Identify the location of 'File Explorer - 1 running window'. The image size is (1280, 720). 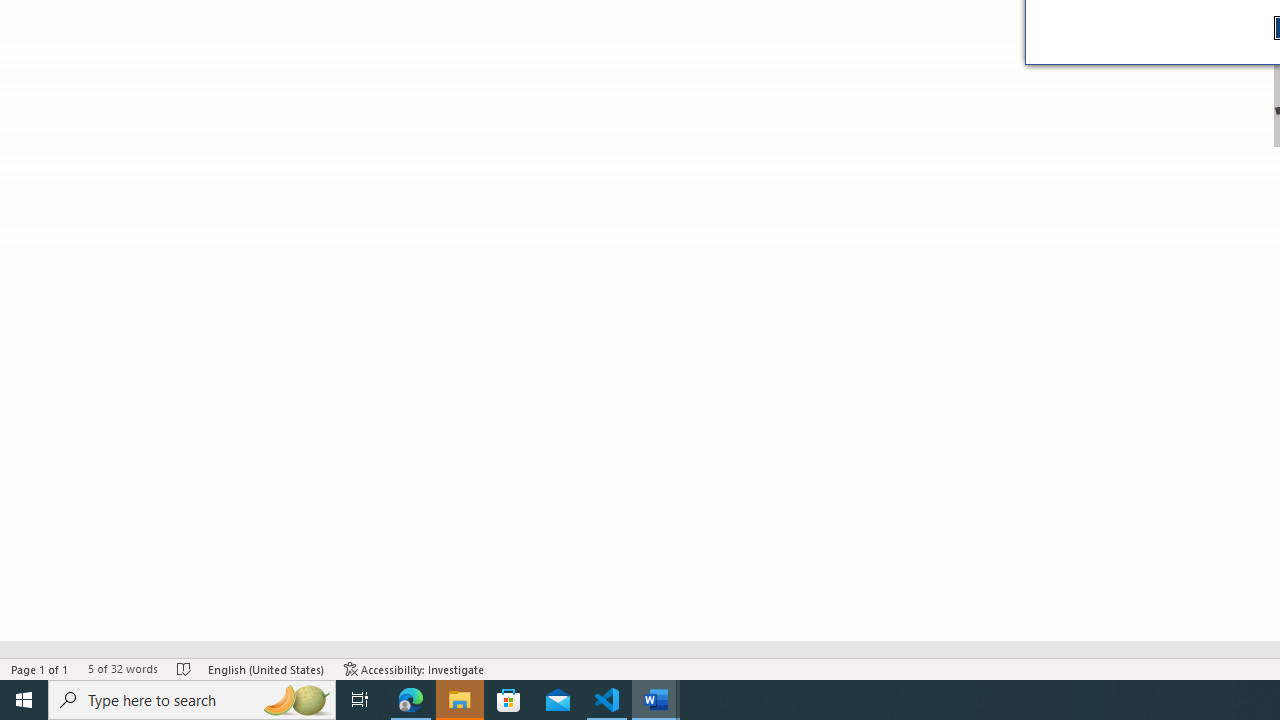
(459, 698).